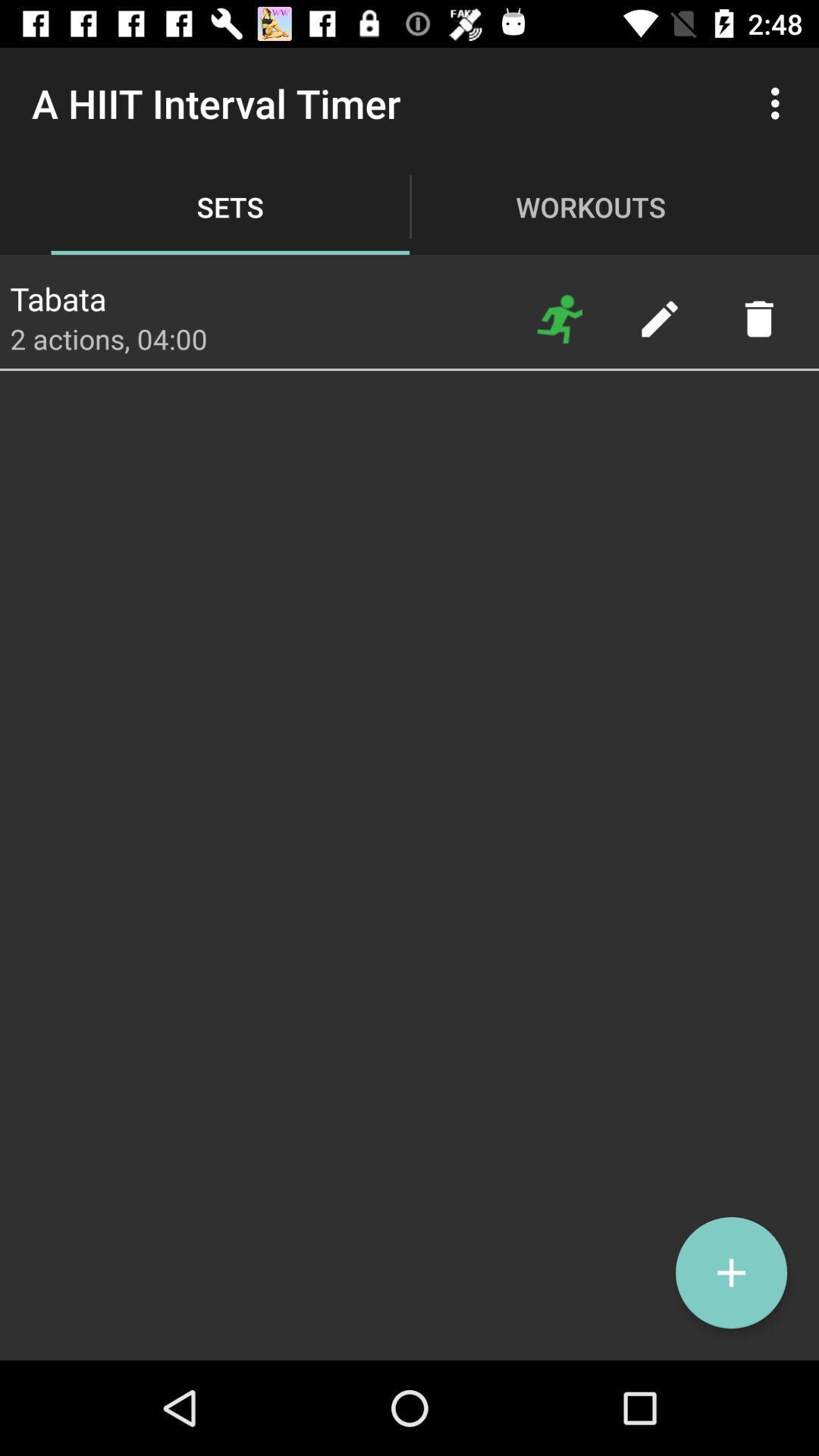  What do you see at coordinates (658, 318) in the screenshot?
I see `edit selection` at bounding box center [658, 318].